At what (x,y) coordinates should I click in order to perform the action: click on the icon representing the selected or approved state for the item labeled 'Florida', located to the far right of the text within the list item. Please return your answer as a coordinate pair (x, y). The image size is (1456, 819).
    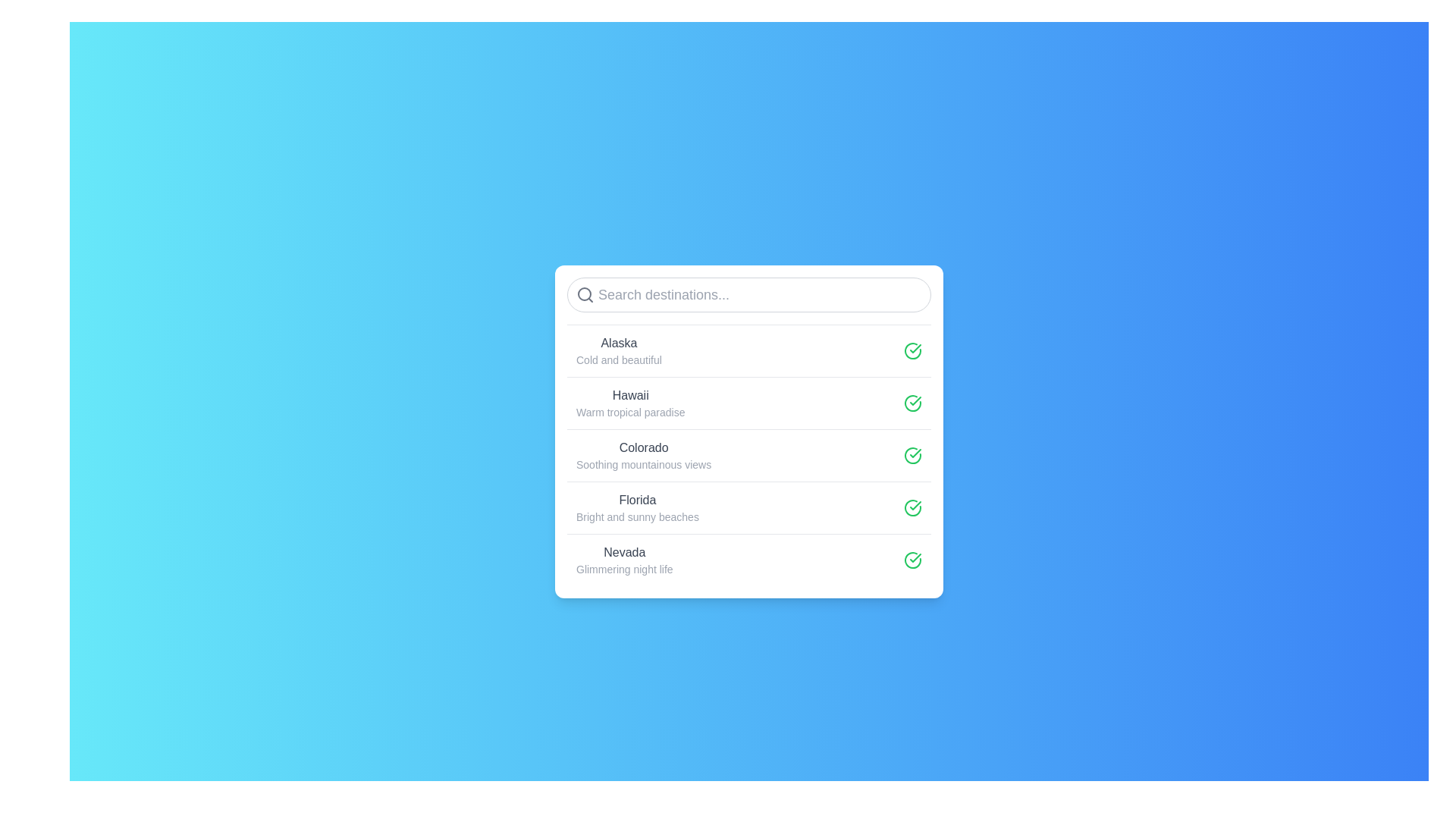
    Looking at the image, I should click on (912, 507).